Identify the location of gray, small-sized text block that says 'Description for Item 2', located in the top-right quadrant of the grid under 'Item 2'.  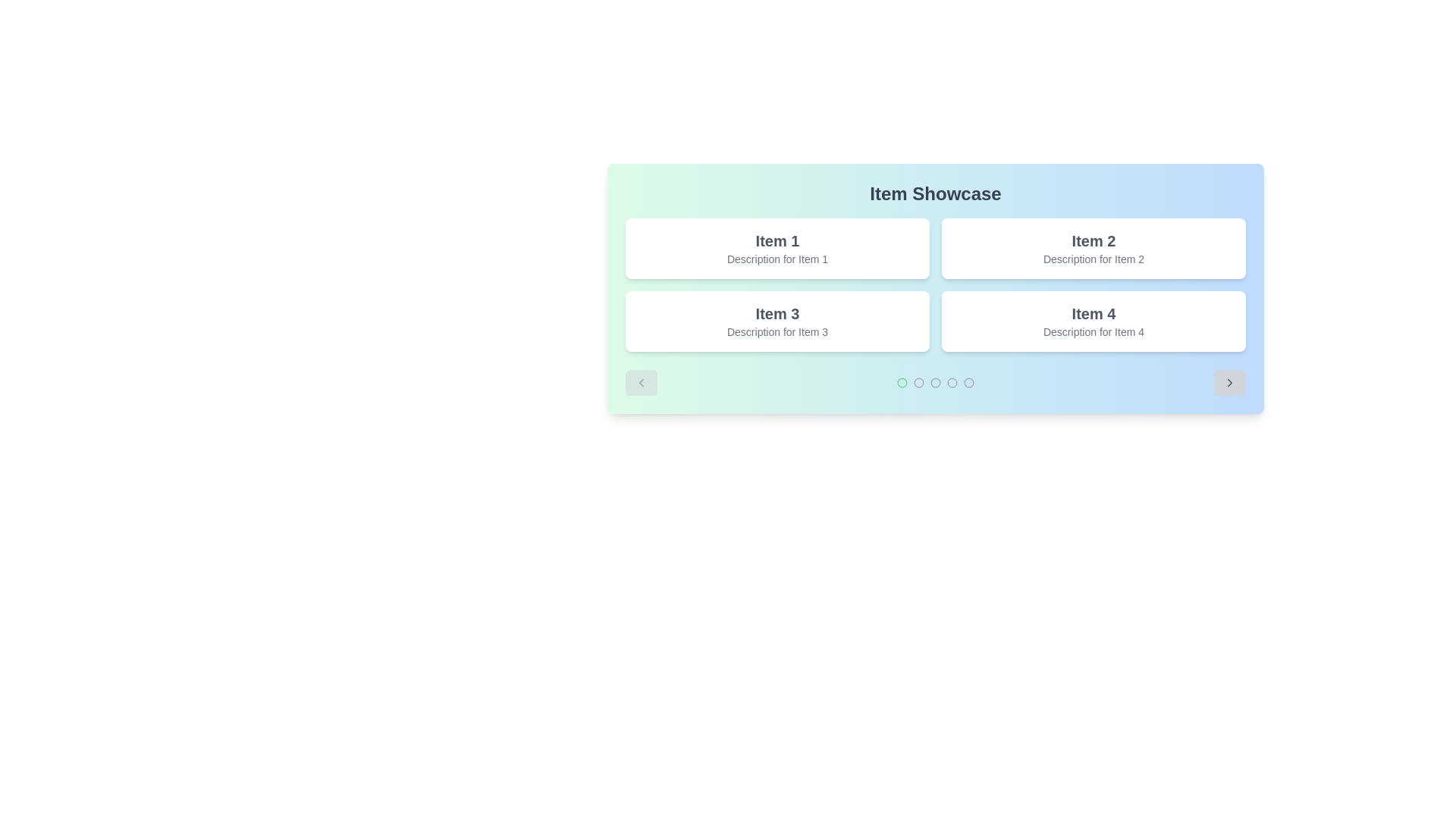
(1094, 259).